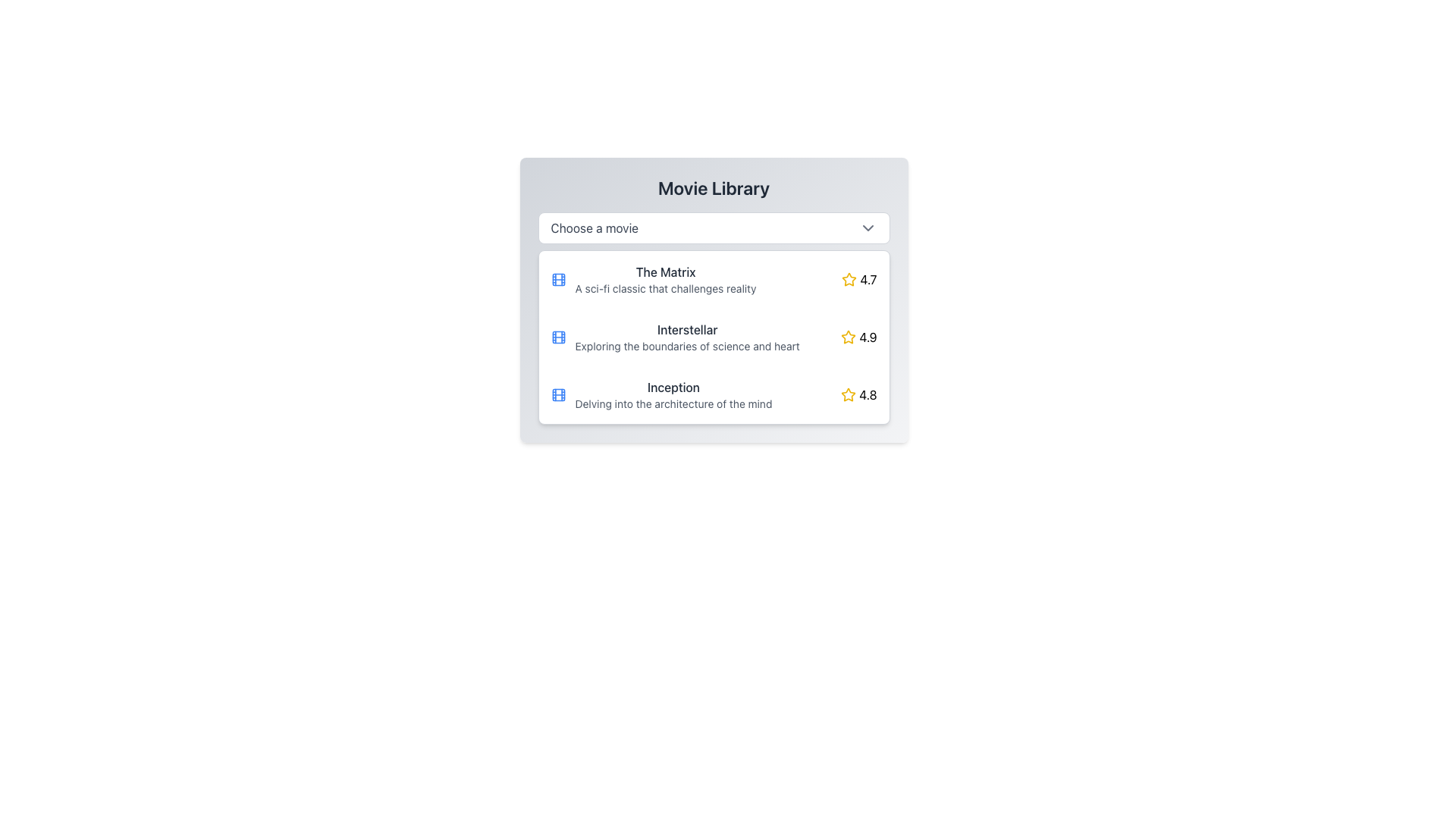 Image resolution: width=1456 pixels, height=819 pixels. I want to click on the 'Interstellar' text label to focus on its description, which is the second item in a list of movies in a card-like layout, so click(695, 336).